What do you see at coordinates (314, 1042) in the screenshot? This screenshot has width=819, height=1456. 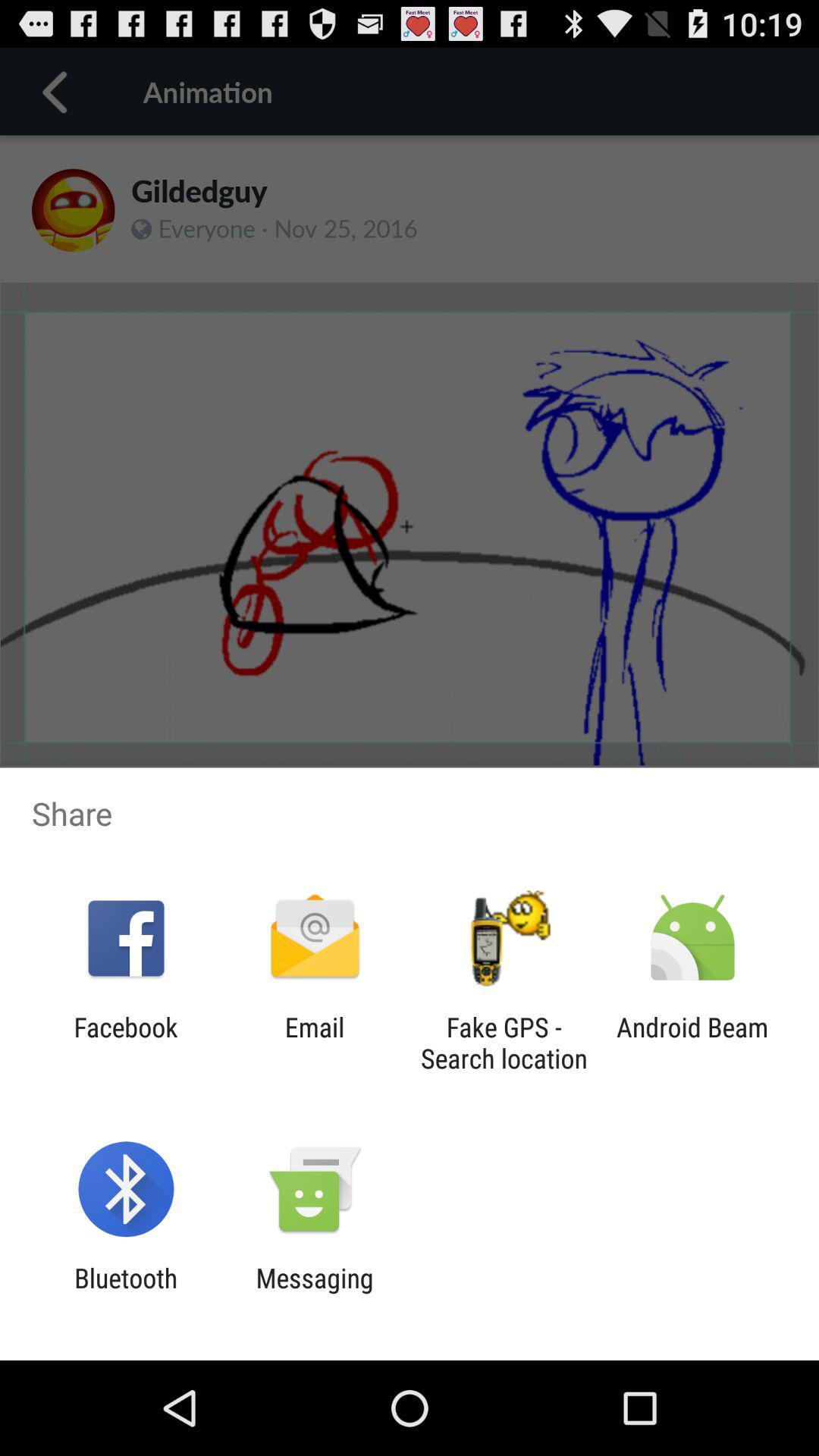 I see `the item to the left of the fake gps search icon` at bounding box center [314, 1042].